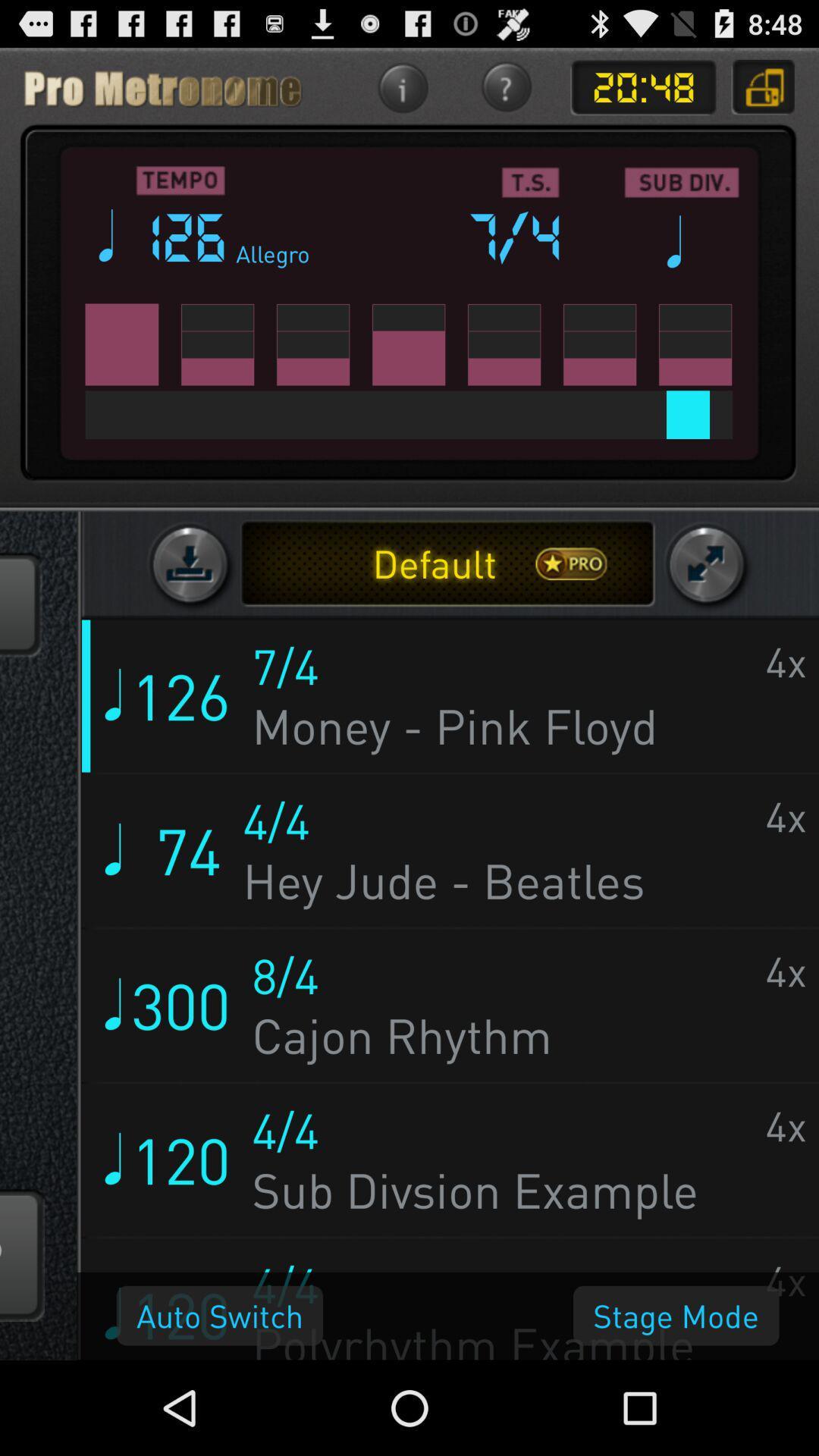 The width and height of the screenshot is (819, 1456). Describe the element at coordinates (506, 93) in the screenshot. I see `the help icon` at that location.